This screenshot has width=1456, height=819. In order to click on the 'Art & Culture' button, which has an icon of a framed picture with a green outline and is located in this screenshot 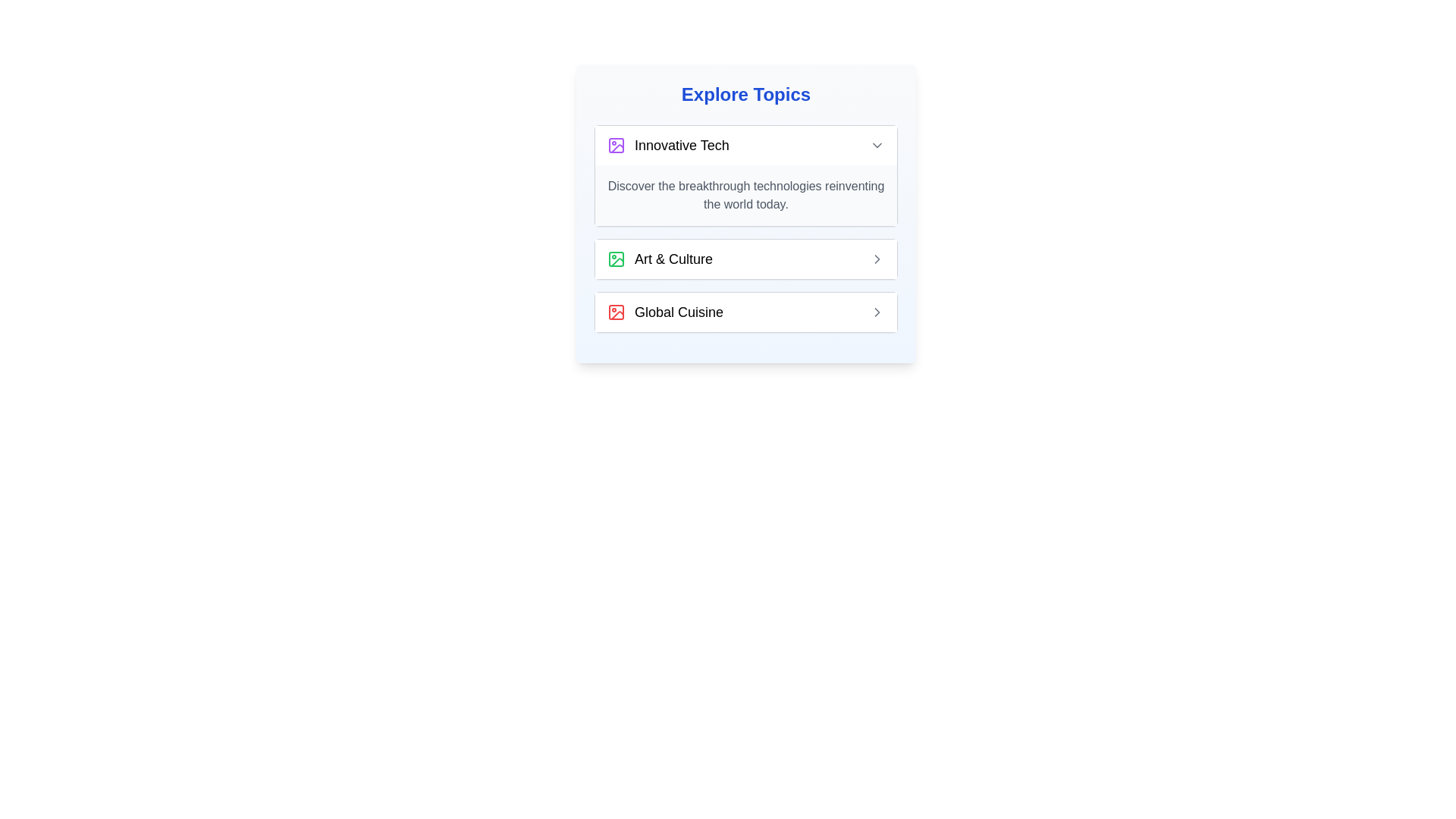, I will do `click(660, 259)`.